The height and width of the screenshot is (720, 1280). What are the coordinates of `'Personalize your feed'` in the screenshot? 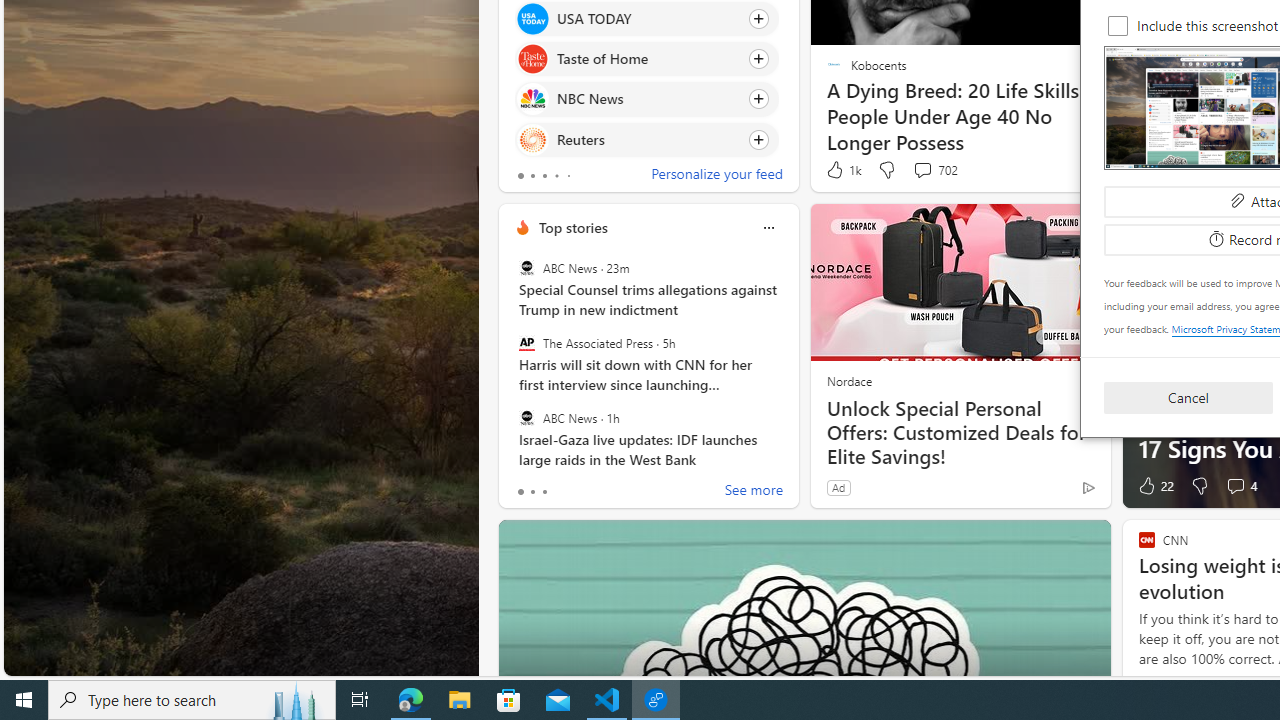 It's located at (716, 175).